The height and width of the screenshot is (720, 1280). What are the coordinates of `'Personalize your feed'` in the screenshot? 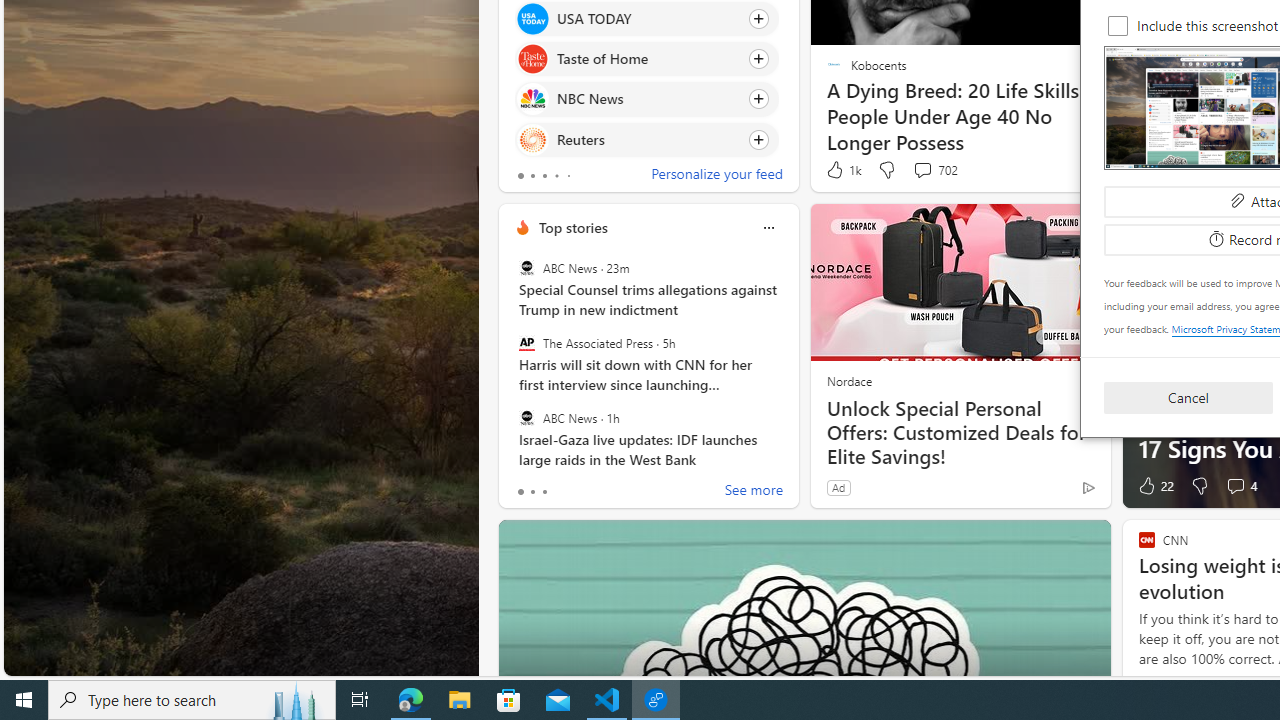 It's located at (716, 175).